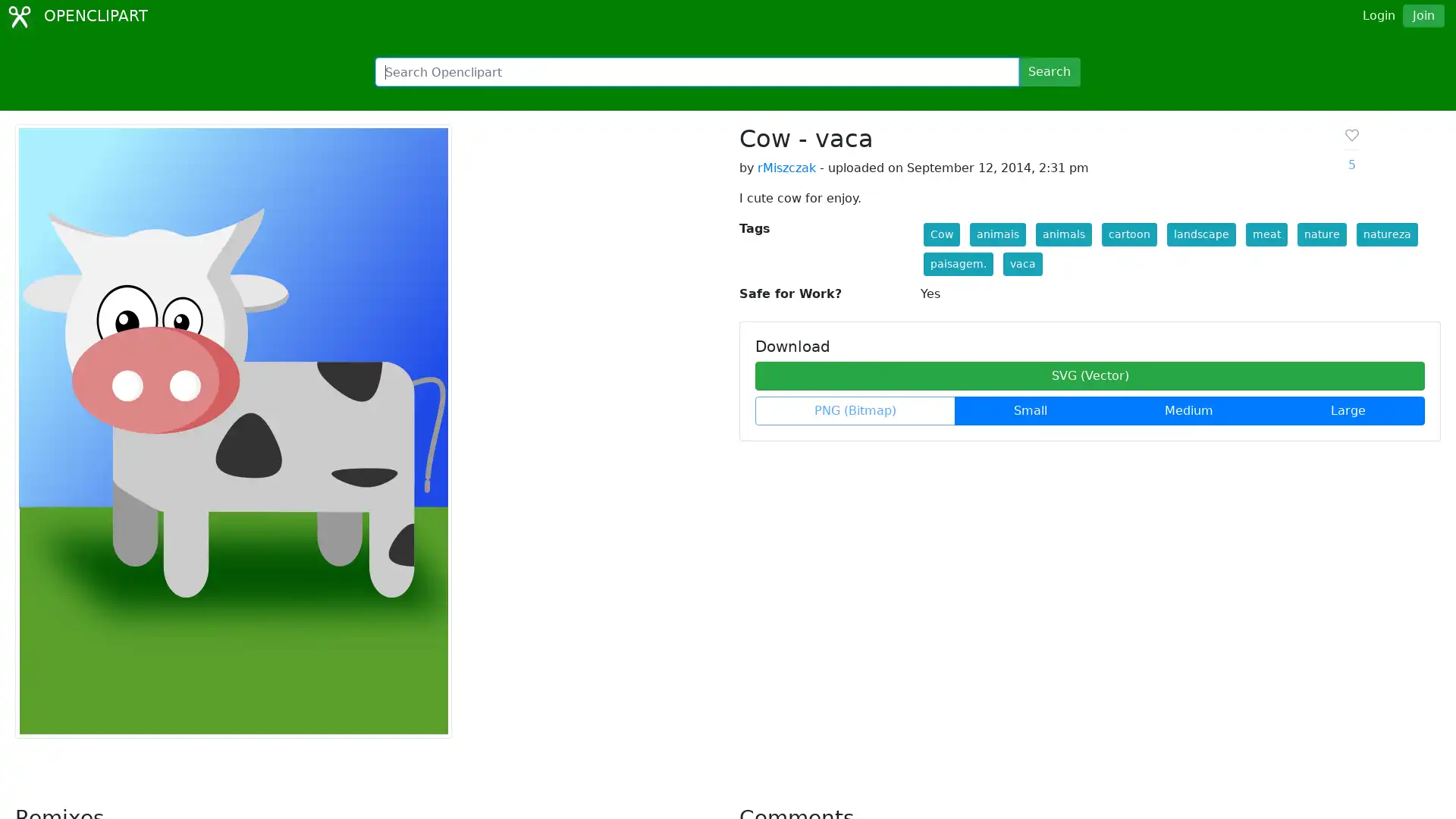  I want to click on natureza, so click(1386, 234).